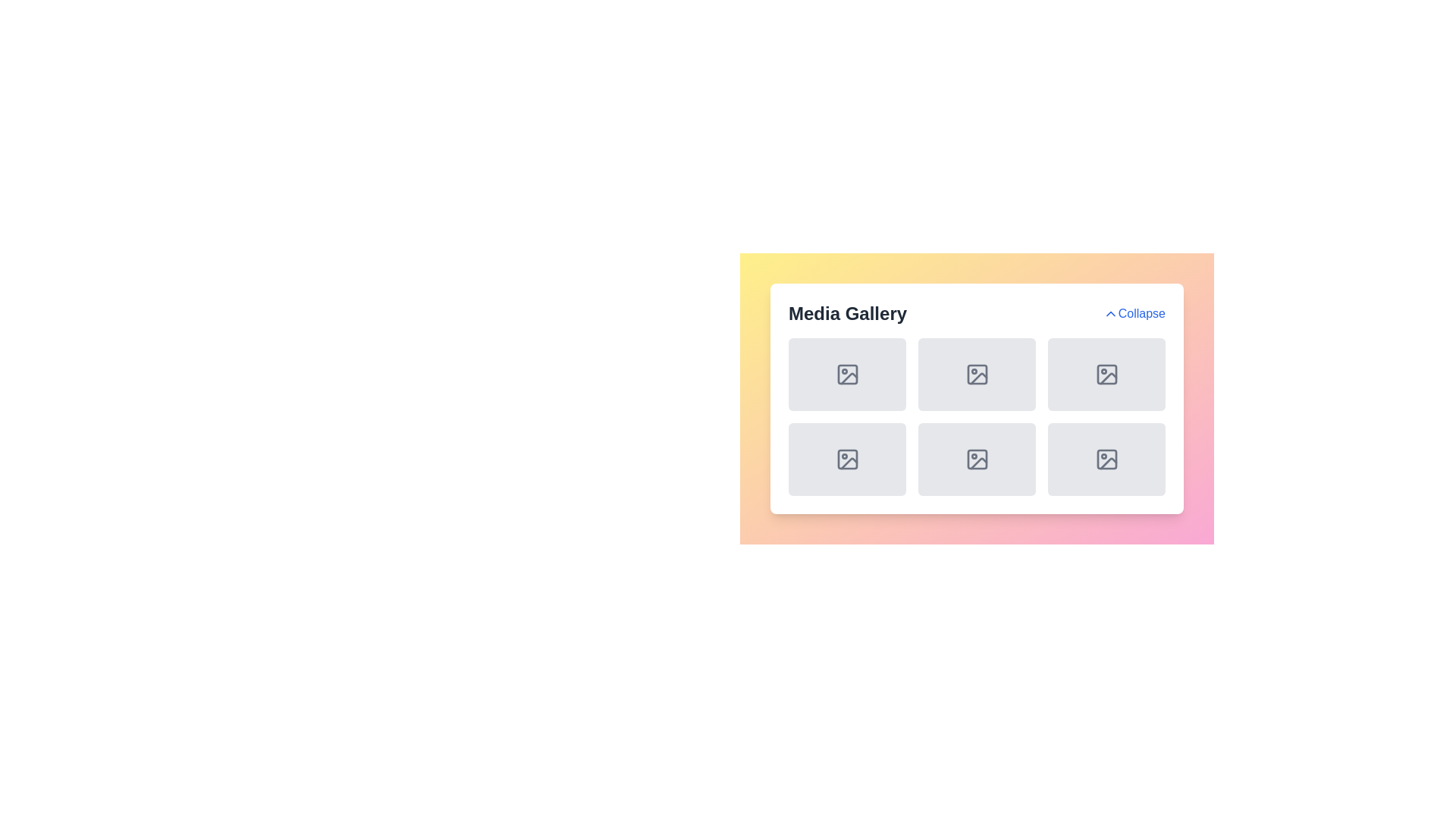 This screenshot has width=1456, height=819. What do you see at coordinates (977, 458) in the screenshot?
I see `the placeholder card in the Media Gallery, which is the sixth and bottom-right-most card in a 3x2 grid layout` at bounding box center [977, 458].